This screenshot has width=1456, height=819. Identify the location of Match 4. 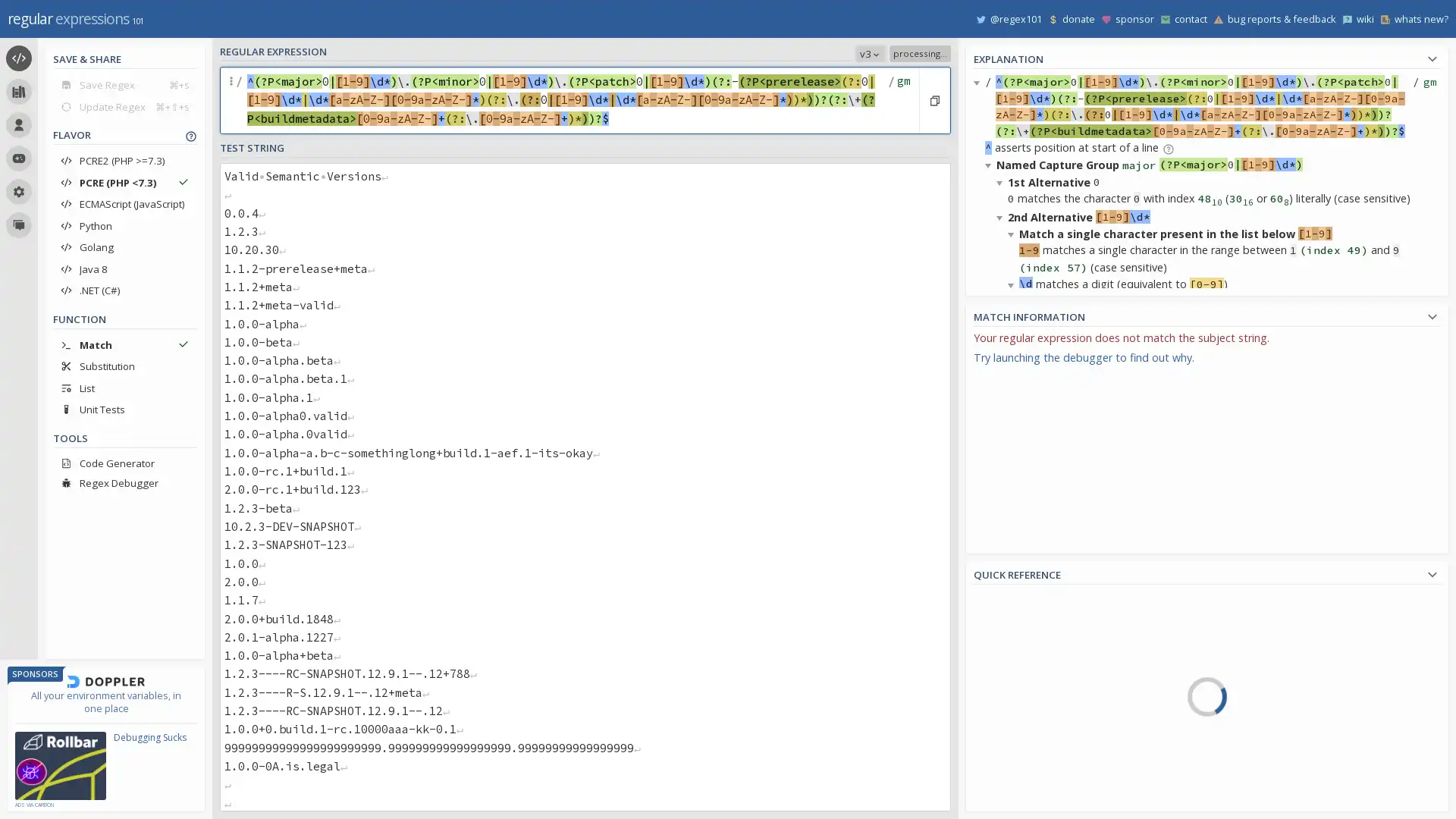
(1040, 720).